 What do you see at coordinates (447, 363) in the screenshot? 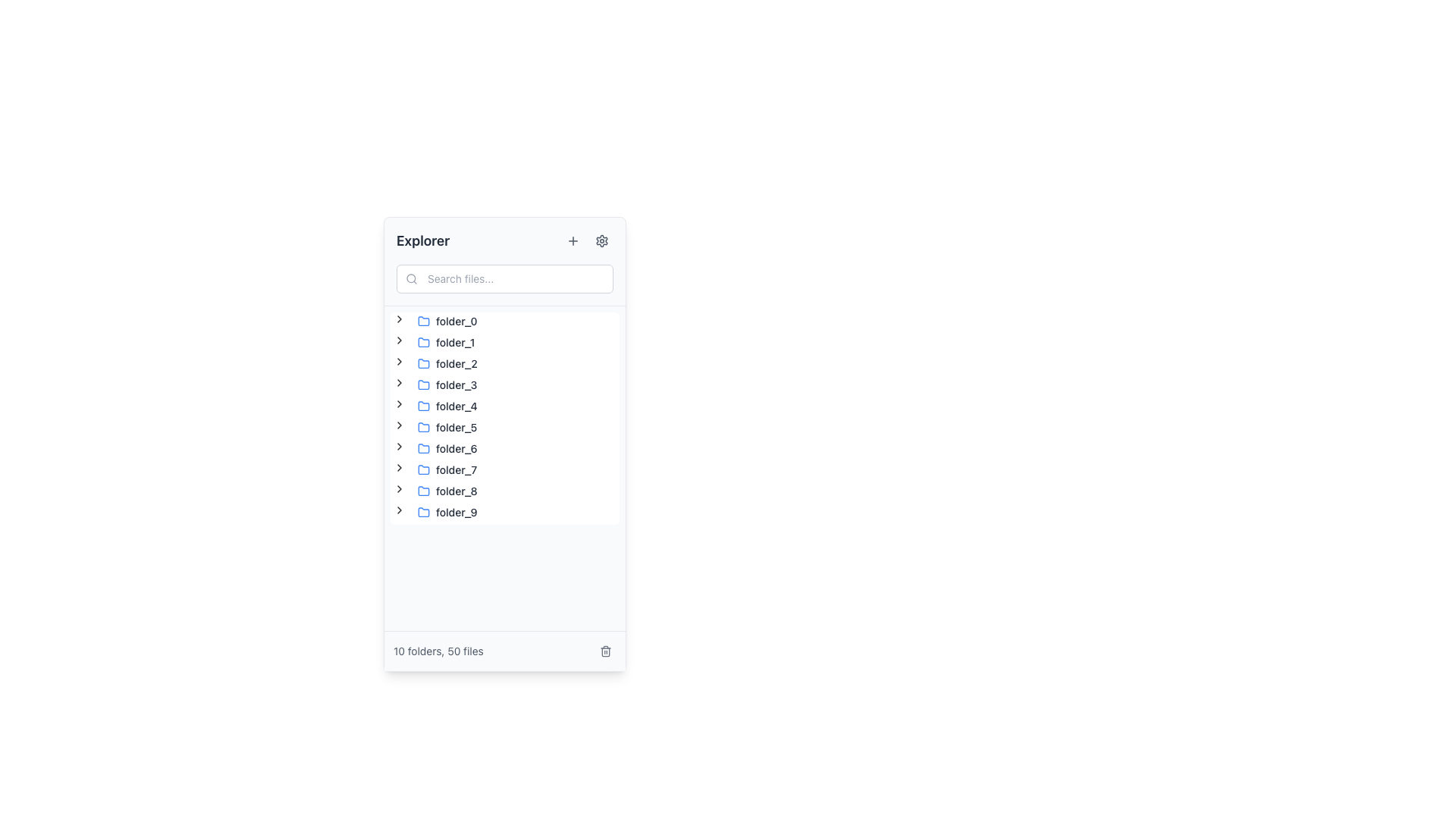
I see `the folder named 'folder_2' in the file explorer` at bounding box center [447, 363].